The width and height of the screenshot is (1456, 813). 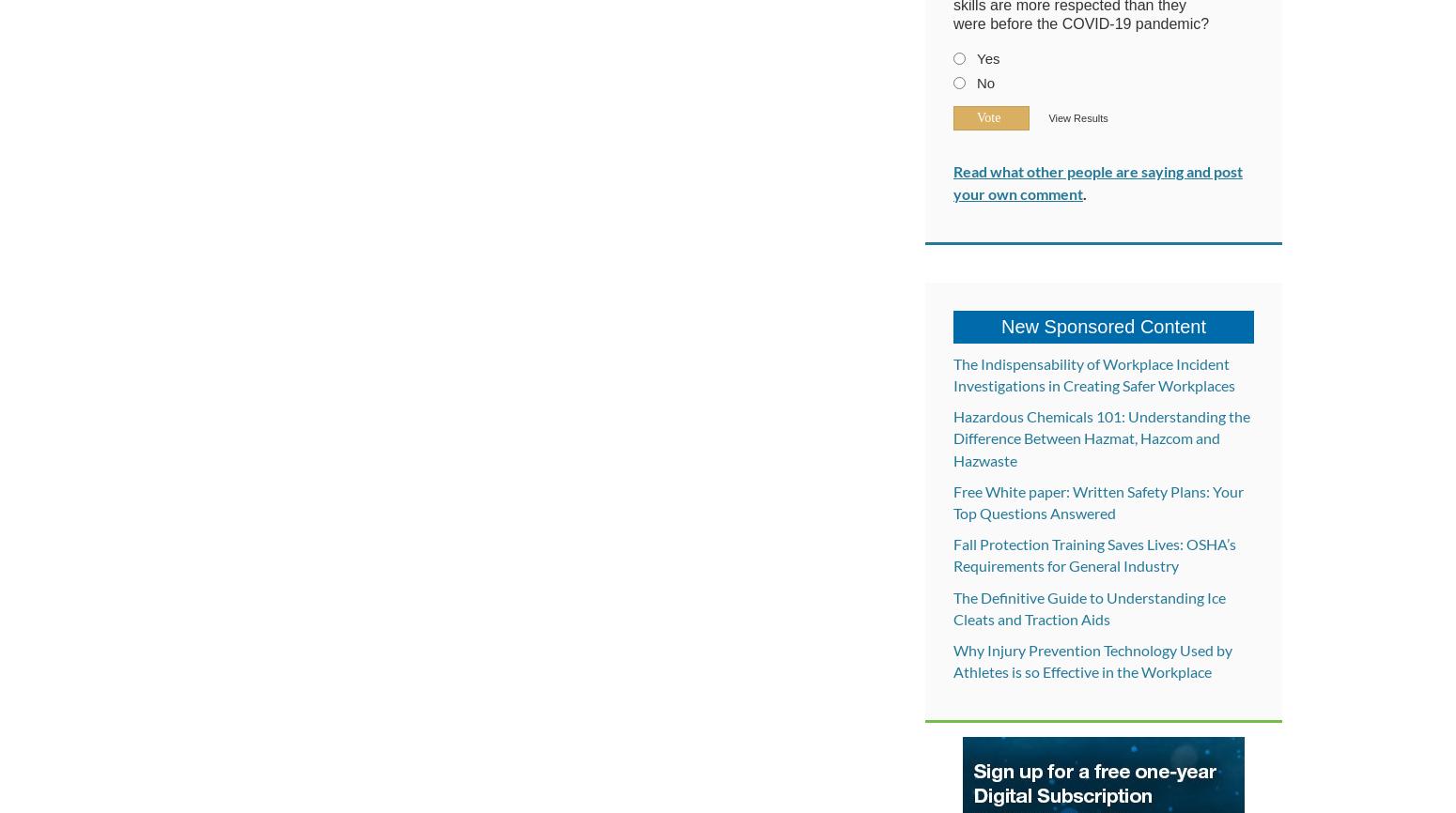 What do you see at coordinates (1077, 118) in the screenshot?
I see `'View Results'` at bounding box center [1077, 118].